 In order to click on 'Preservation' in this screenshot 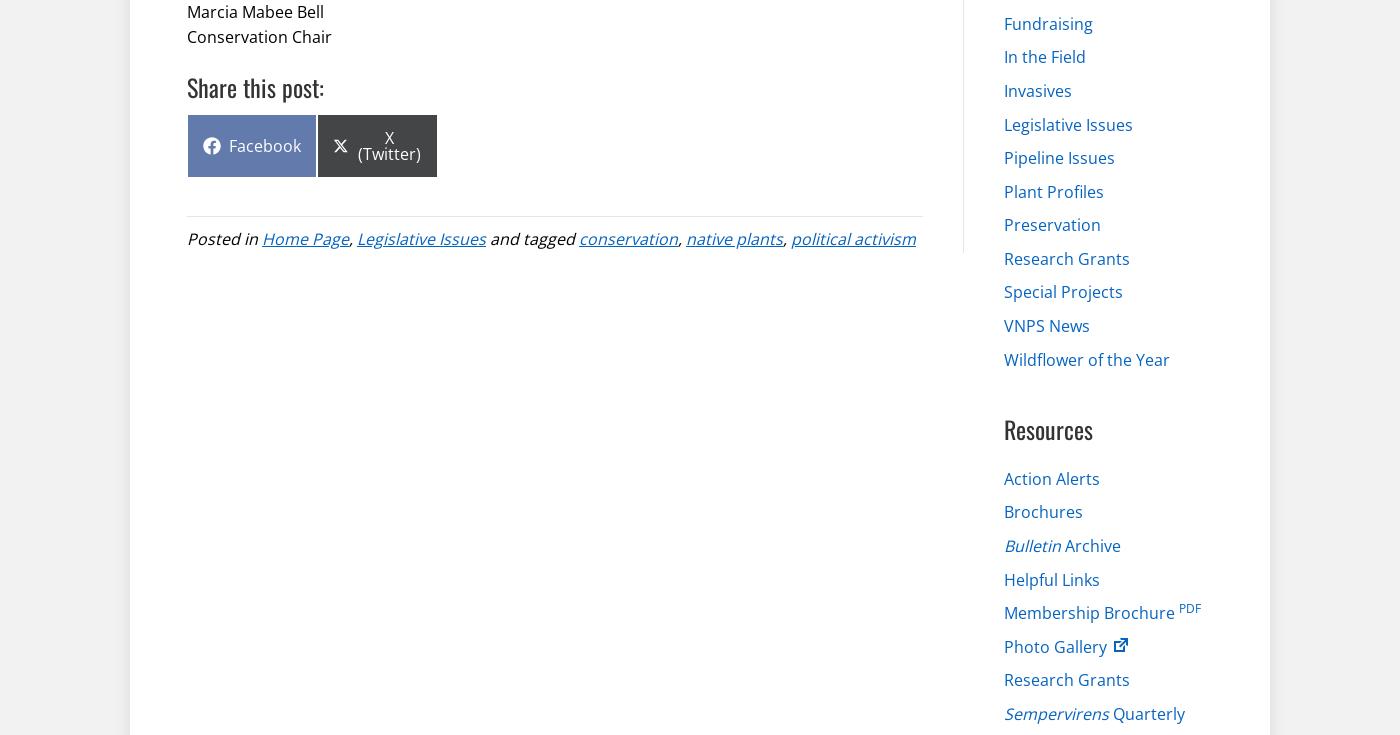, I will do `click(1052, 223)`.